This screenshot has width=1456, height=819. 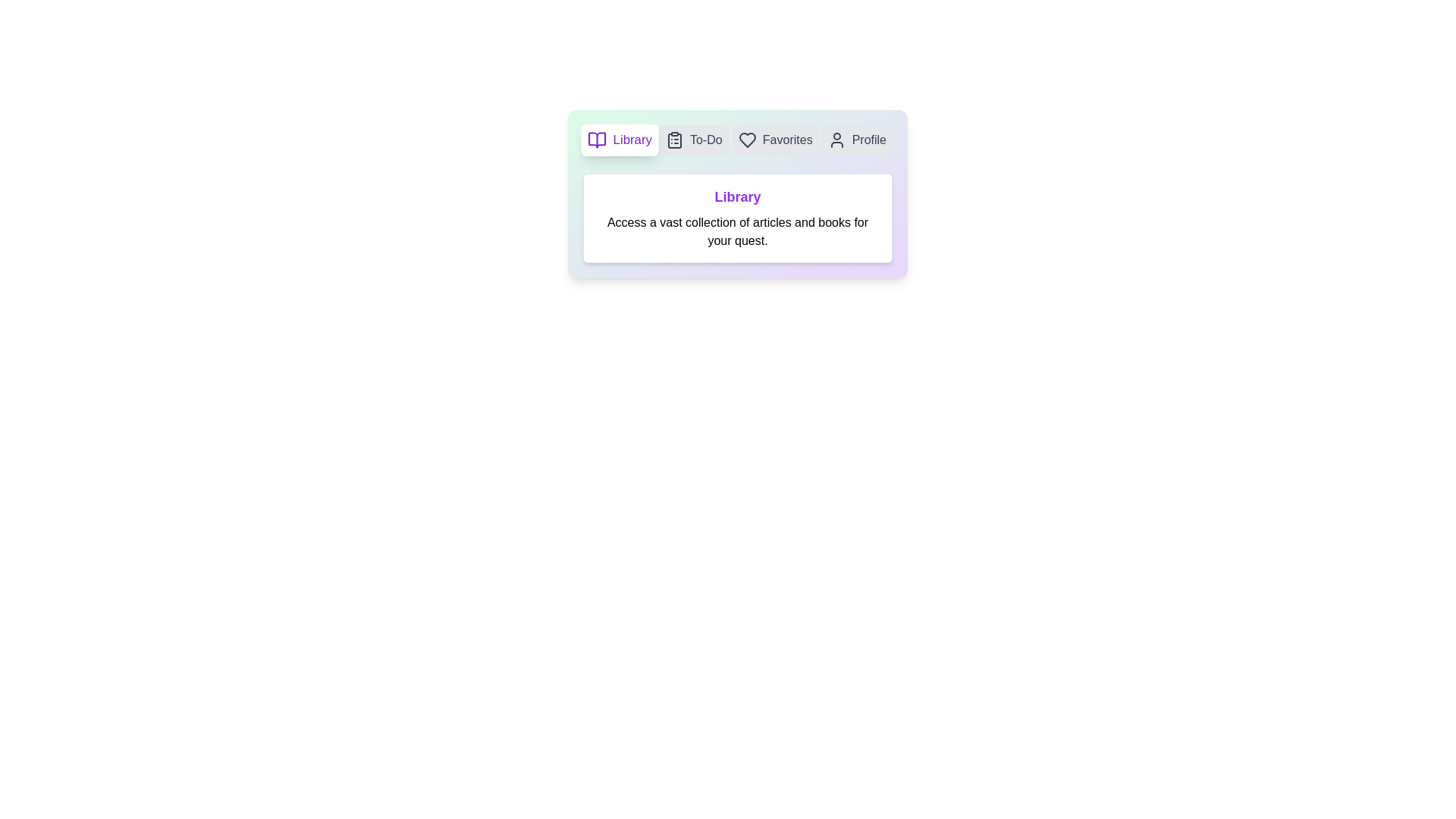 I want to click on the tab labeled Profile to preview its interactive state, so click(x=856, y=140).